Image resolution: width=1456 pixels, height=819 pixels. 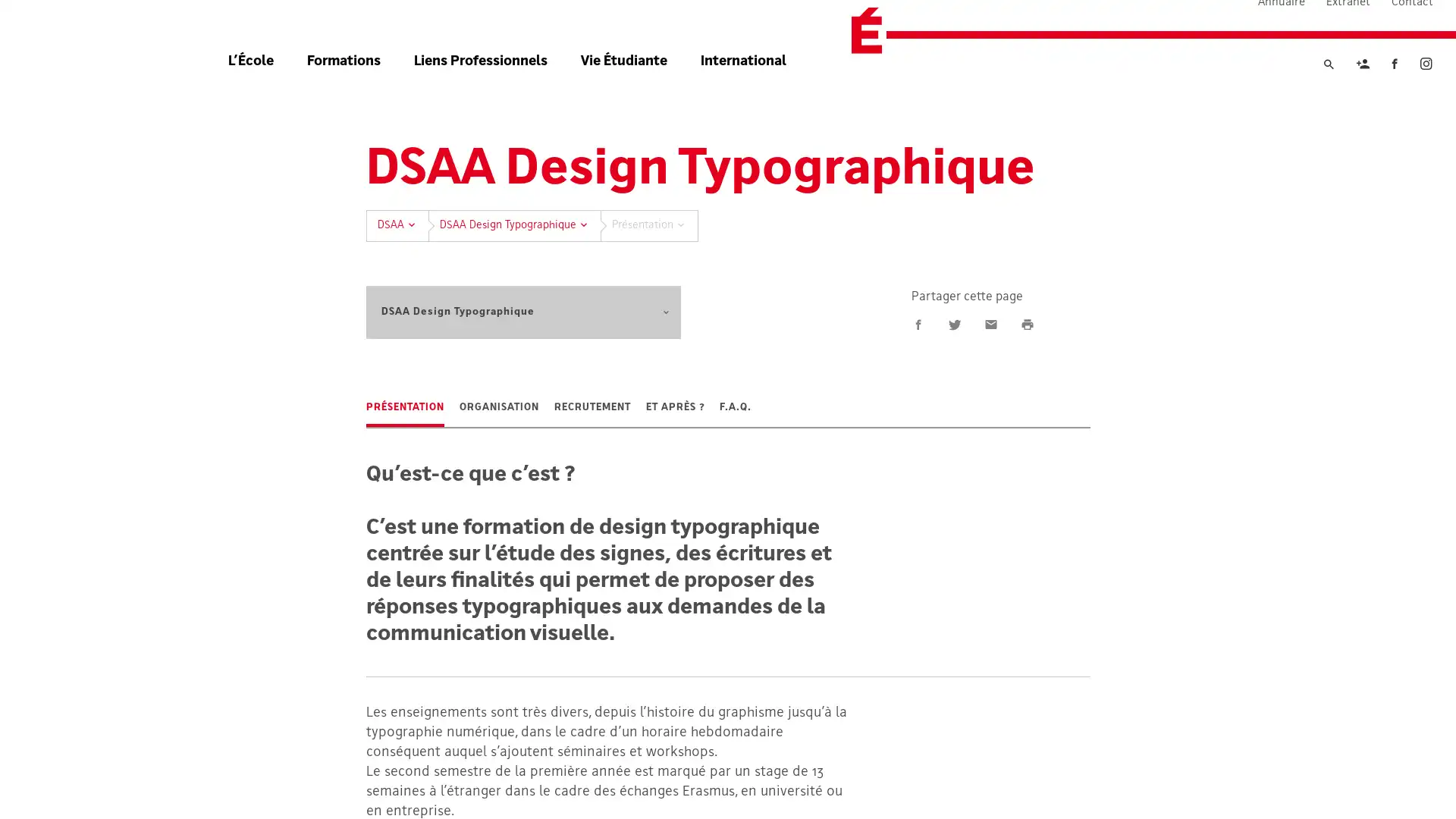 I want to click on Rechercher, so click(x=1328, y=93).